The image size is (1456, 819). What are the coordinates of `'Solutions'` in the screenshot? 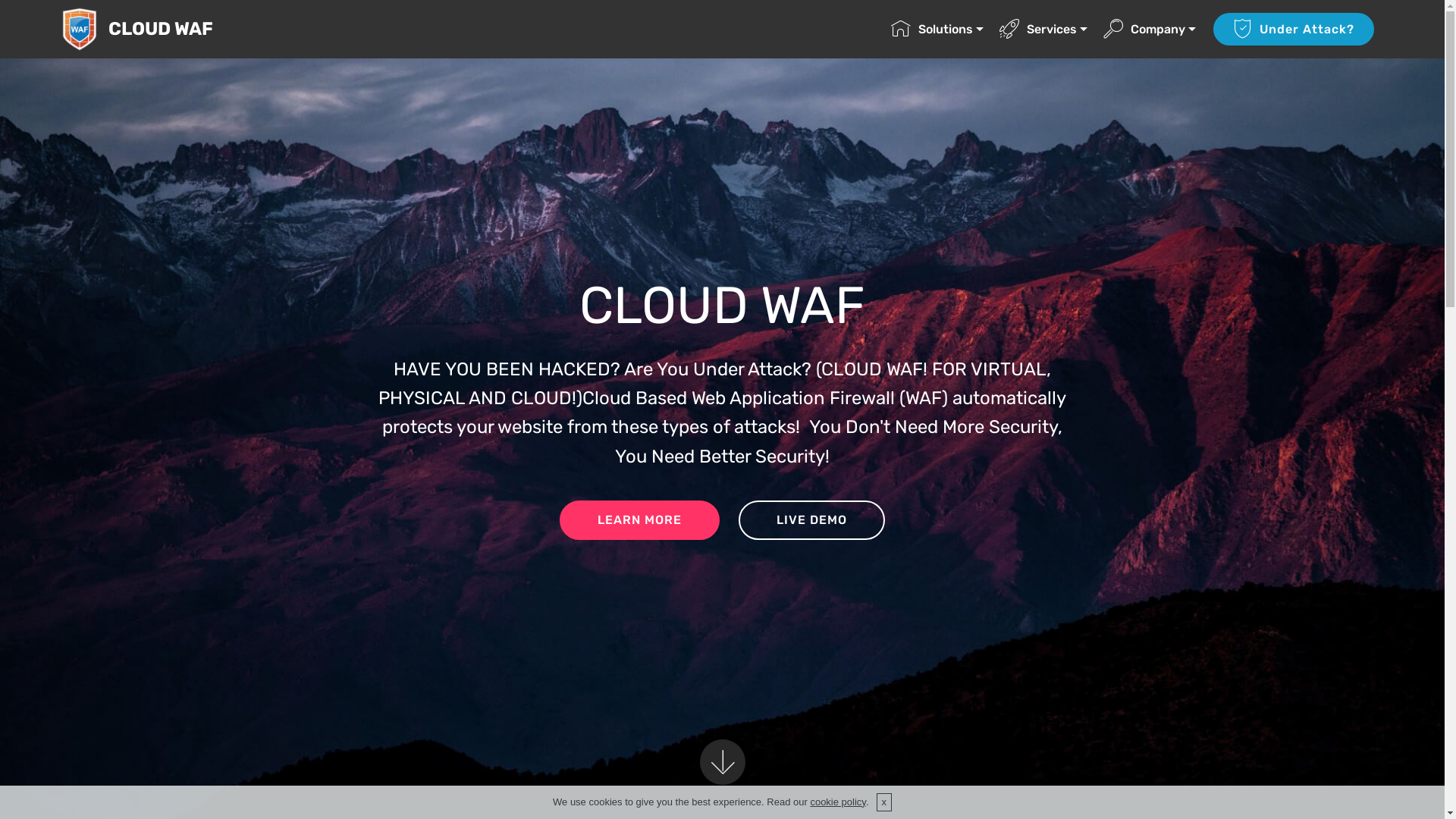 It's located at (891, 29).